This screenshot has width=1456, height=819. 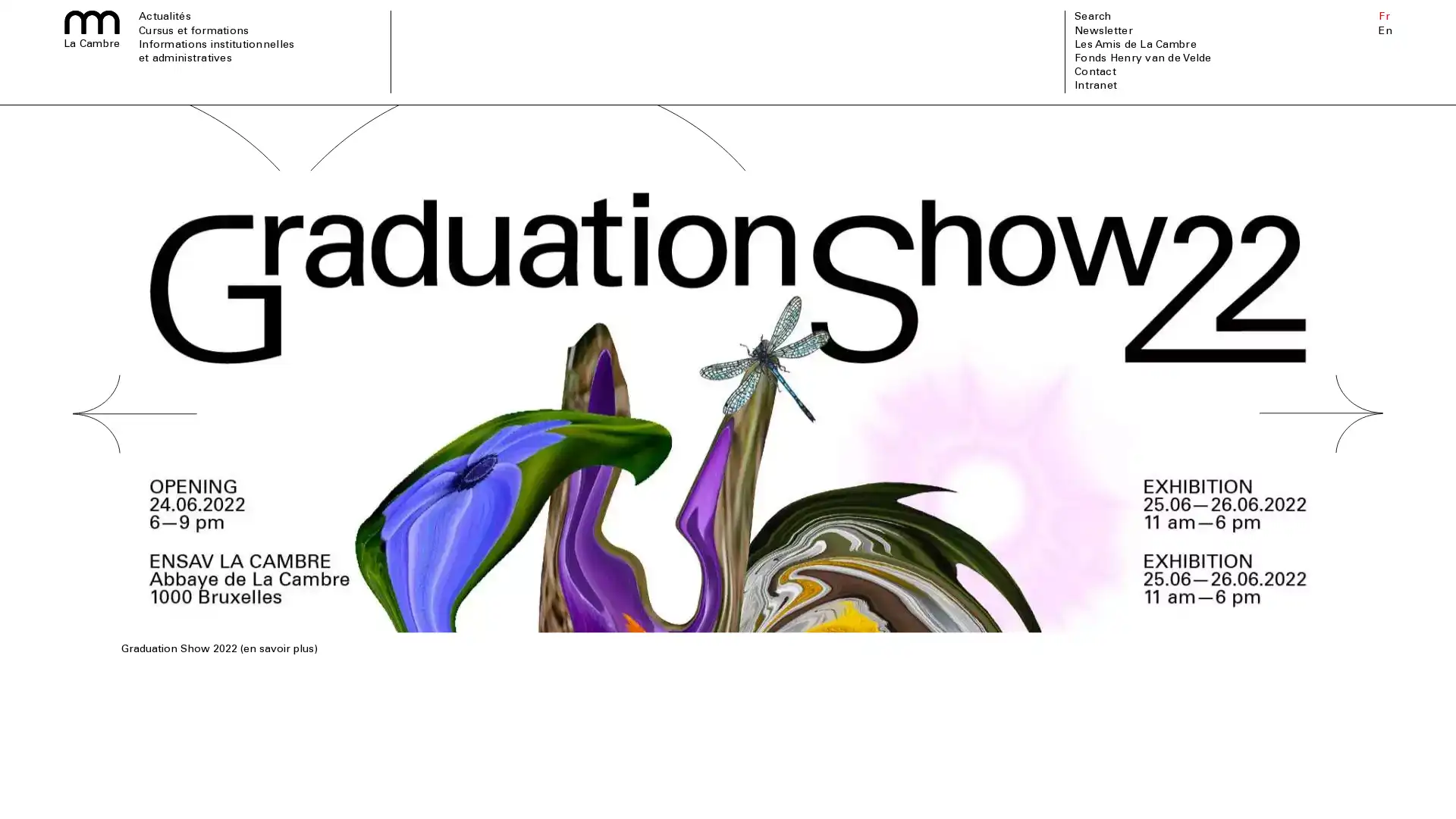 What do you see at coordinates (134, 461) in the screenshot?
I see `Previous` at bounding box center [134, 461].